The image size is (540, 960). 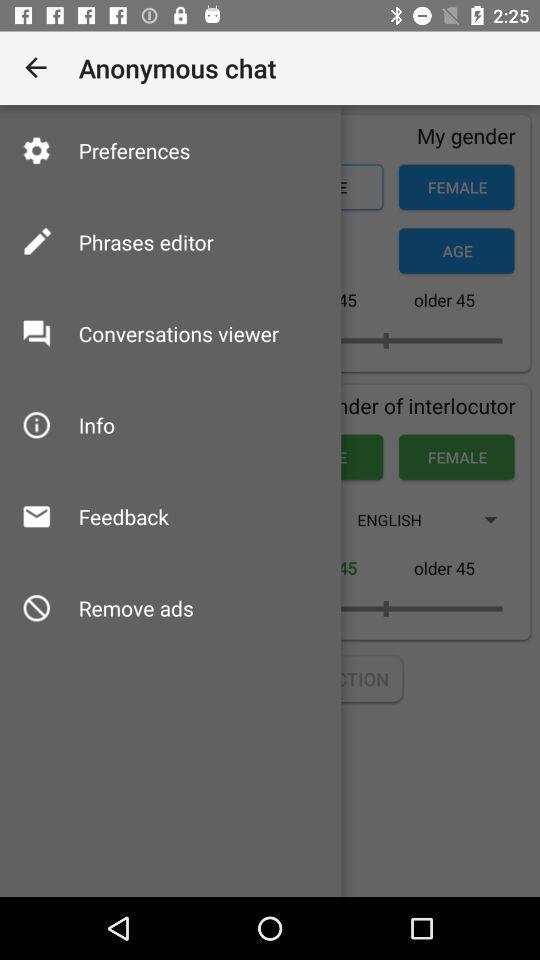 I want to click on icon next to english item, so click(x=123, y=515).